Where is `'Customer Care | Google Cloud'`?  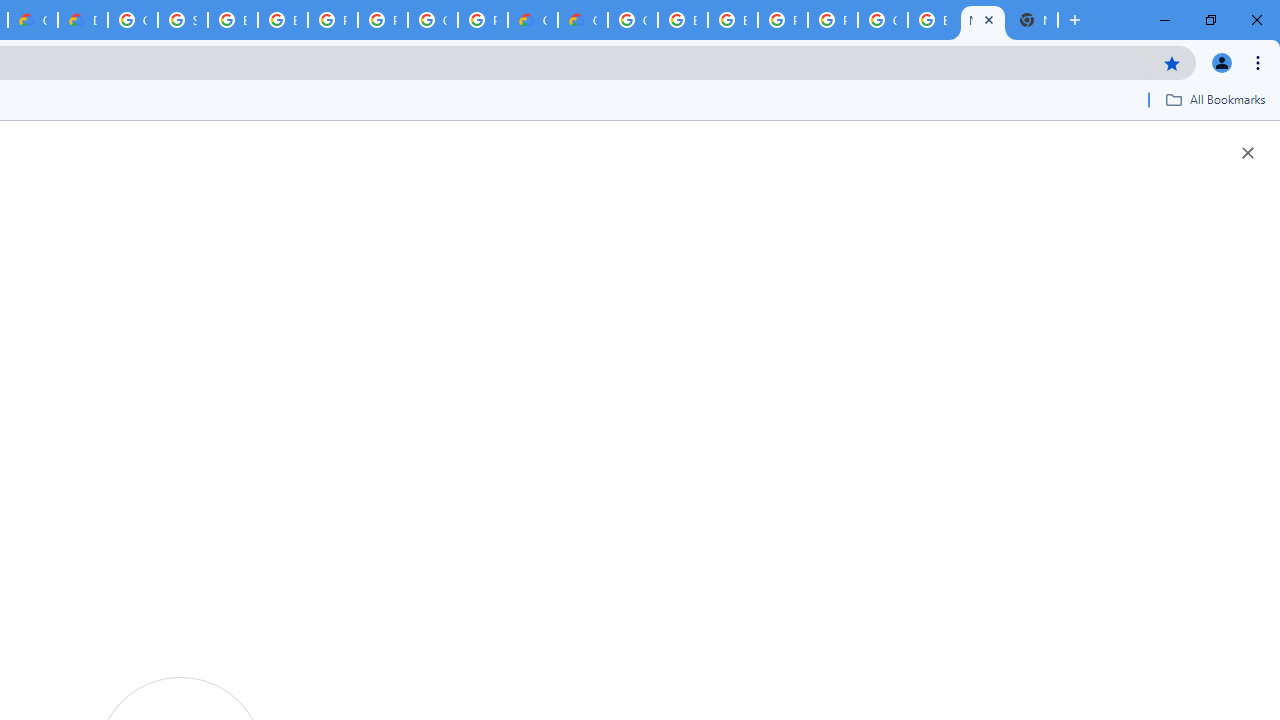
'Customer Care | Google Cloud' is located at coordinates (533, 20).